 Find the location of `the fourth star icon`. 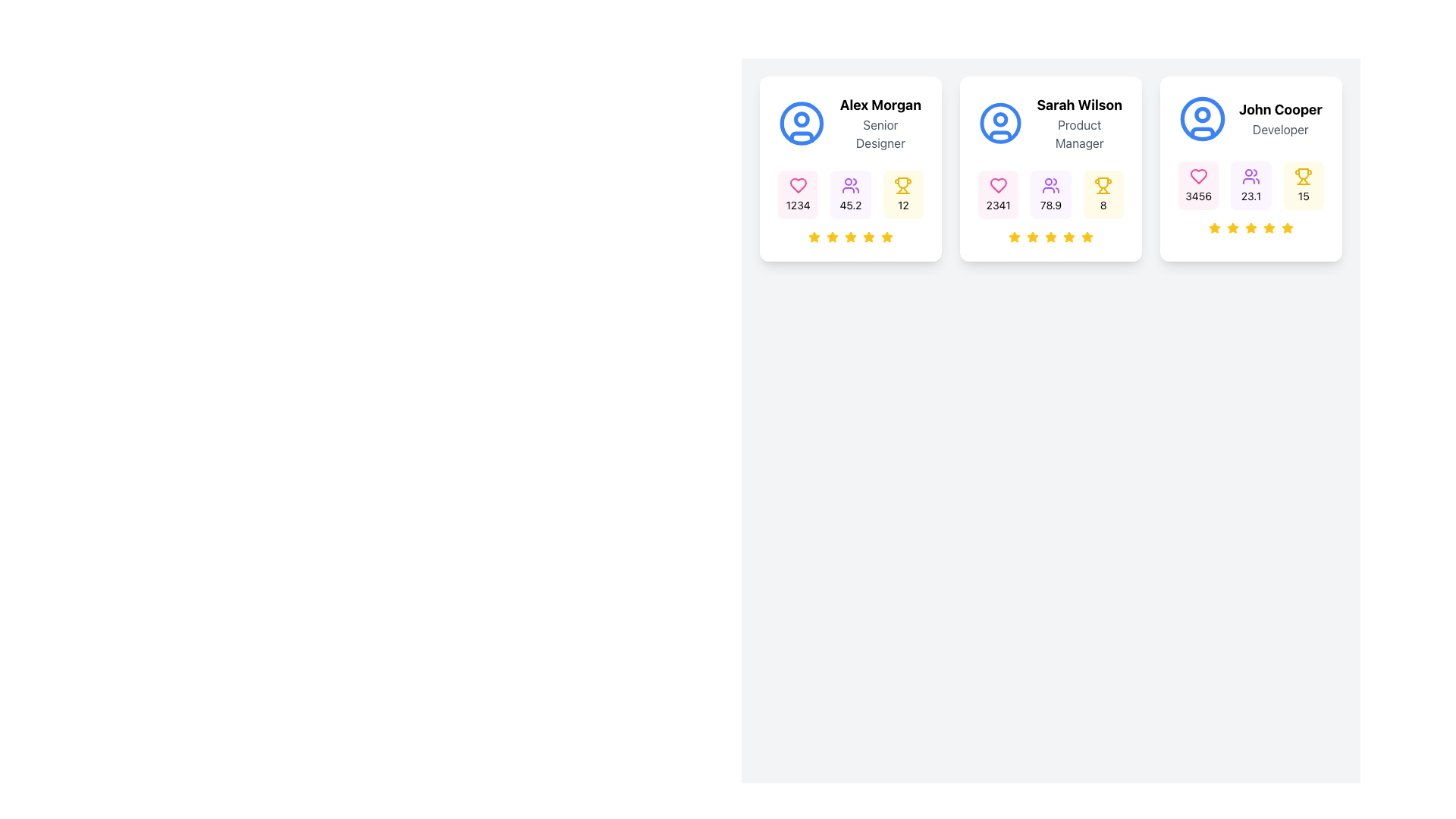

the fourth star icon is located at coordinates (1050, 237).